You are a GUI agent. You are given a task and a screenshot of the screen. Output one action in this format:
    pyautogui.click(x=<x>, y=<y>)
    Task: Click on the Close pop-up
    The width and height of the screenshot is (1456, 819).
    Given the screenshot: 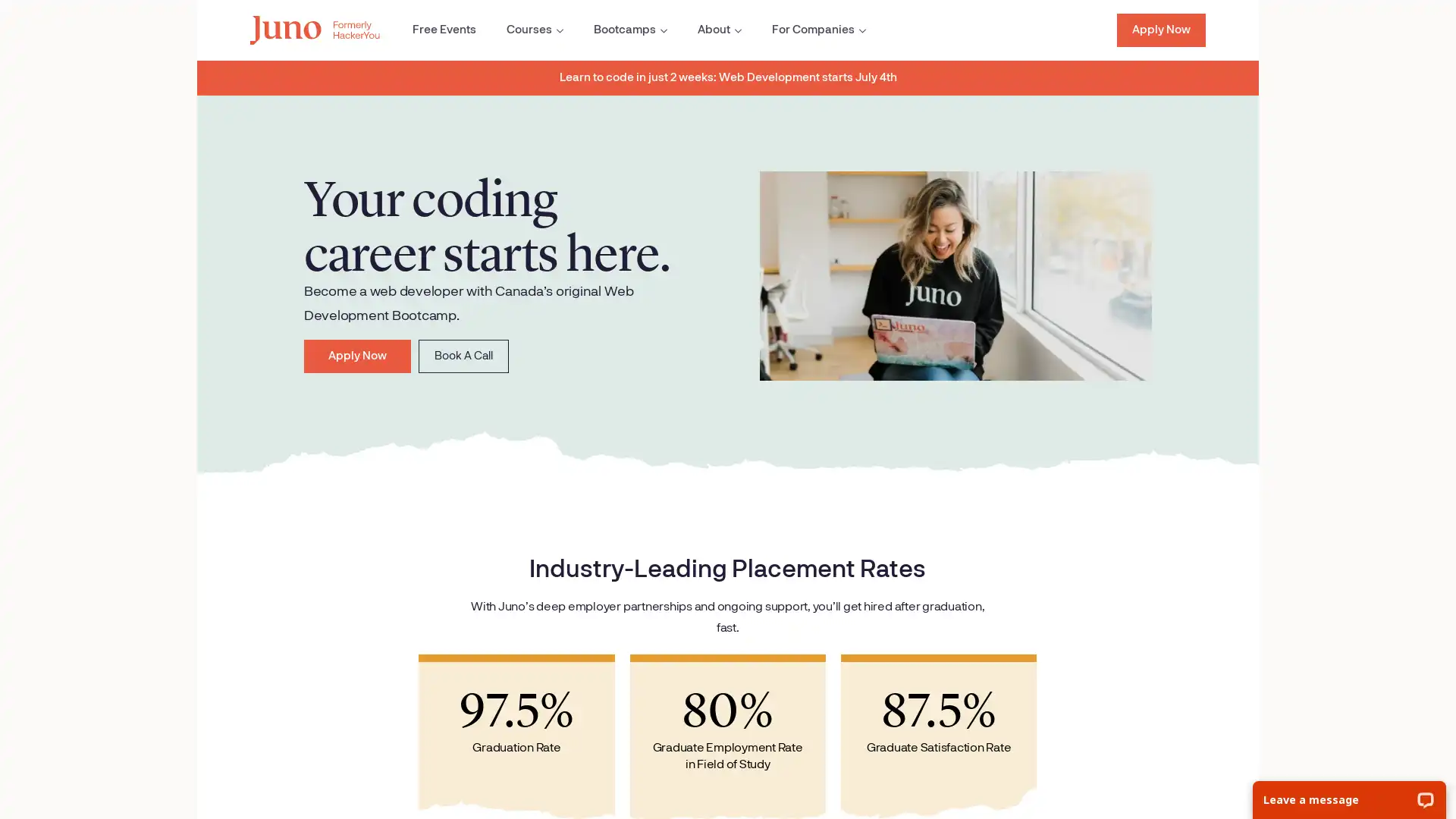 What is the action you would take?
    pyautogui.click(x=293, y=609)
    